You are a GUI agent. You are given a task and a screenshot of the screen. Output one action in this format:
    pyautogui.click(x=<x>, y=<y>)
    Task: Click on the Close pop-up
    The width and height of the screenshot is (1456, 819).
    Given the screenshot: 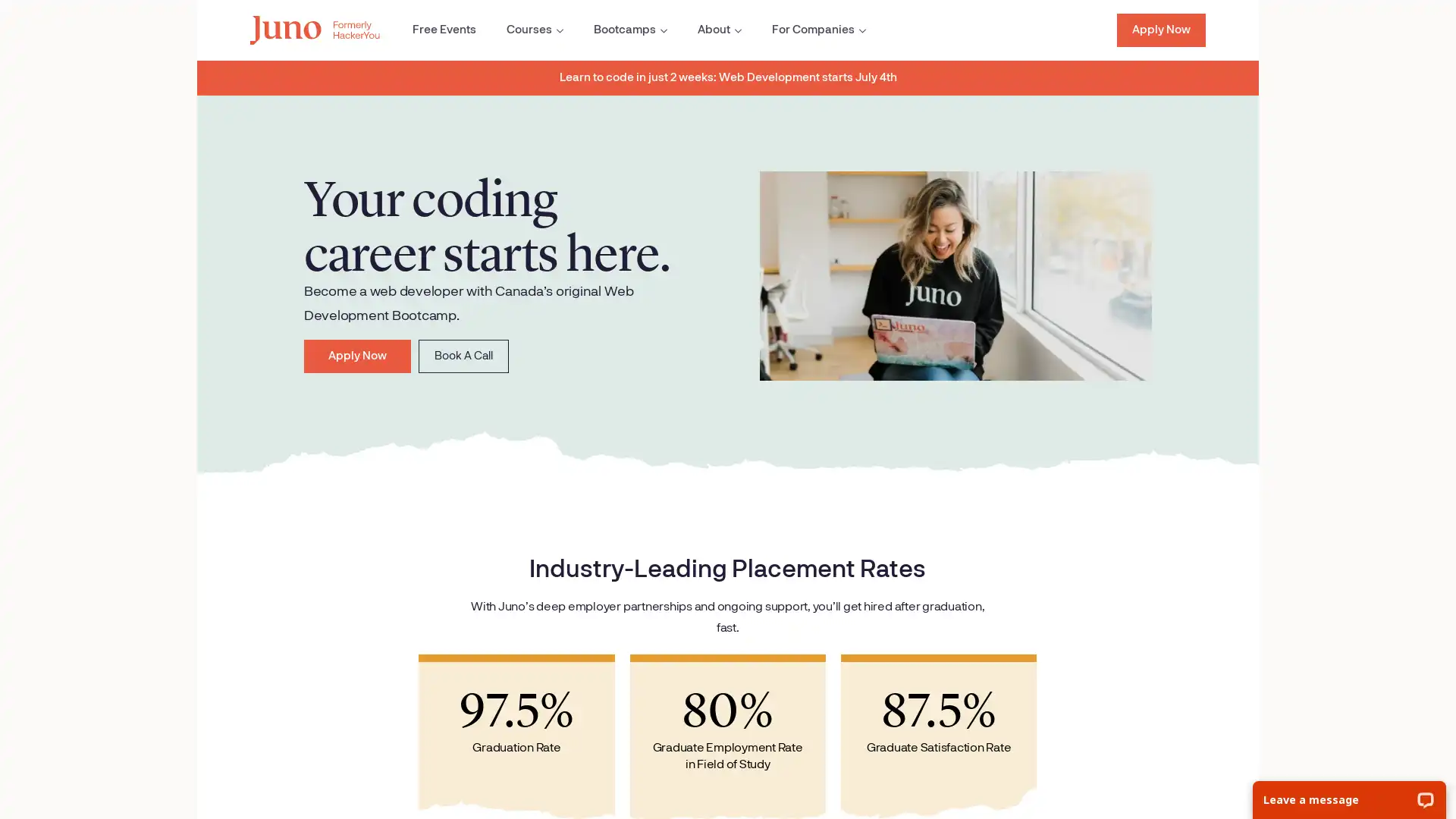 What is the action you would take?
    pyautogui.click(x=293, y=609)
    